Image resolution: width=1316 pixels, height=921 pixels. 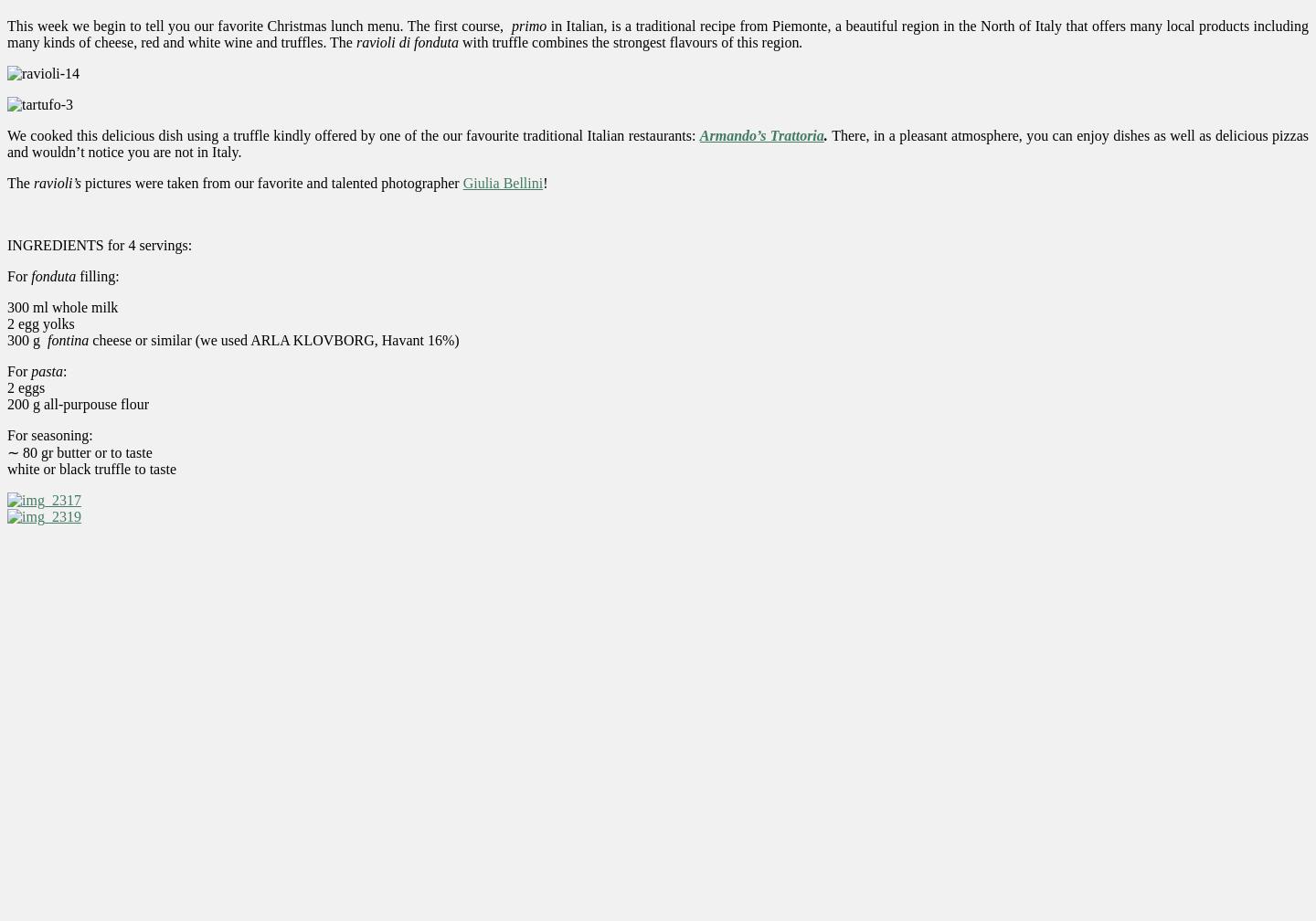 What do you see at coordinates (658, 143) in the screenshot?
I see `'There, in a pleasant atmosphere, you can enjoy dishes as well as delicious pizzas and wouldn’t notice you are not in Italy.'` at bounding box center [658, 143].